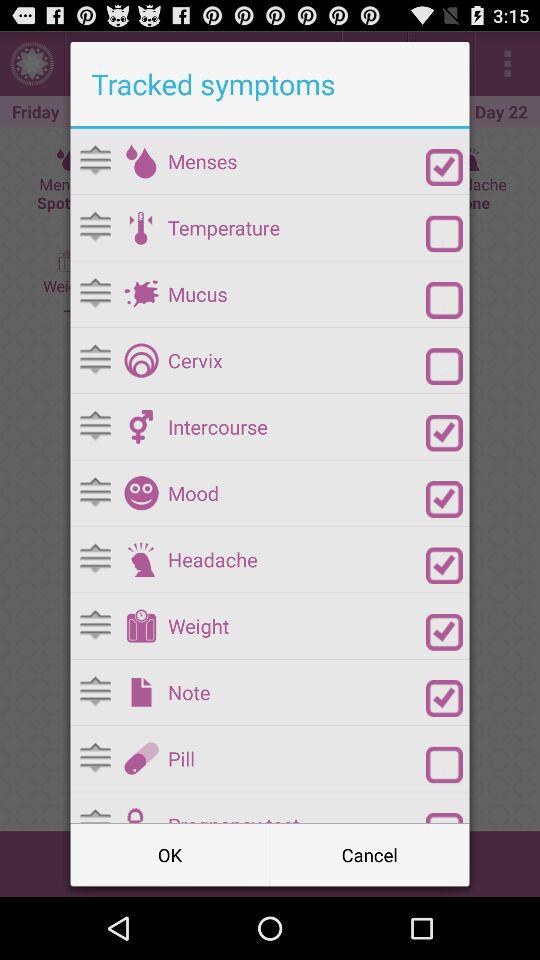 The image size is (540, 960). Describe the element at coordinates (140, 227) in the screenshot. I see `open temperature` at that location.